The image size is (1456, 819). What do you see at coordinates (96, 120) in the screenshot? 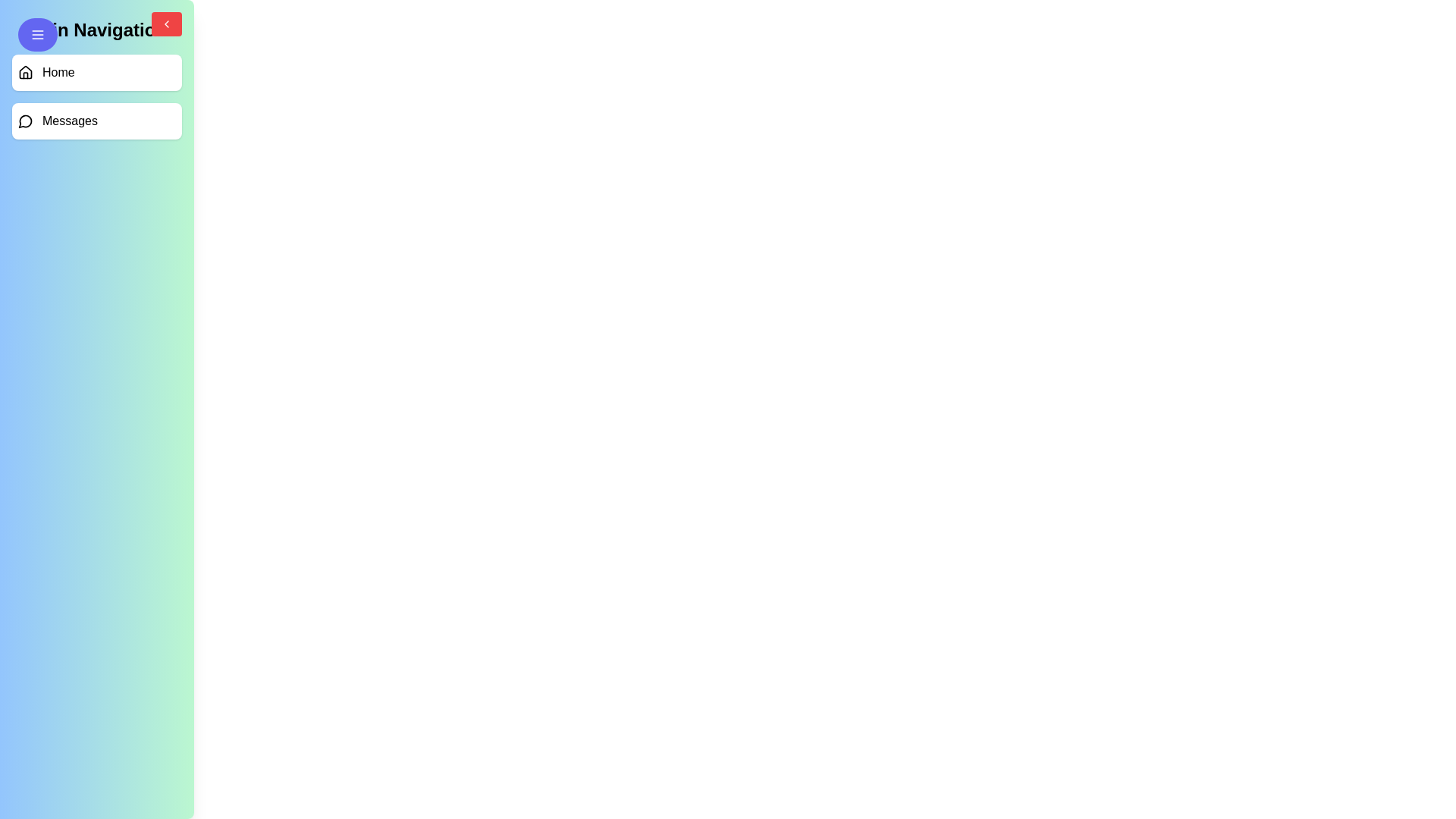
I see `the 'Messages' button located below the 'Home' button` at bounding box center [96, 120].